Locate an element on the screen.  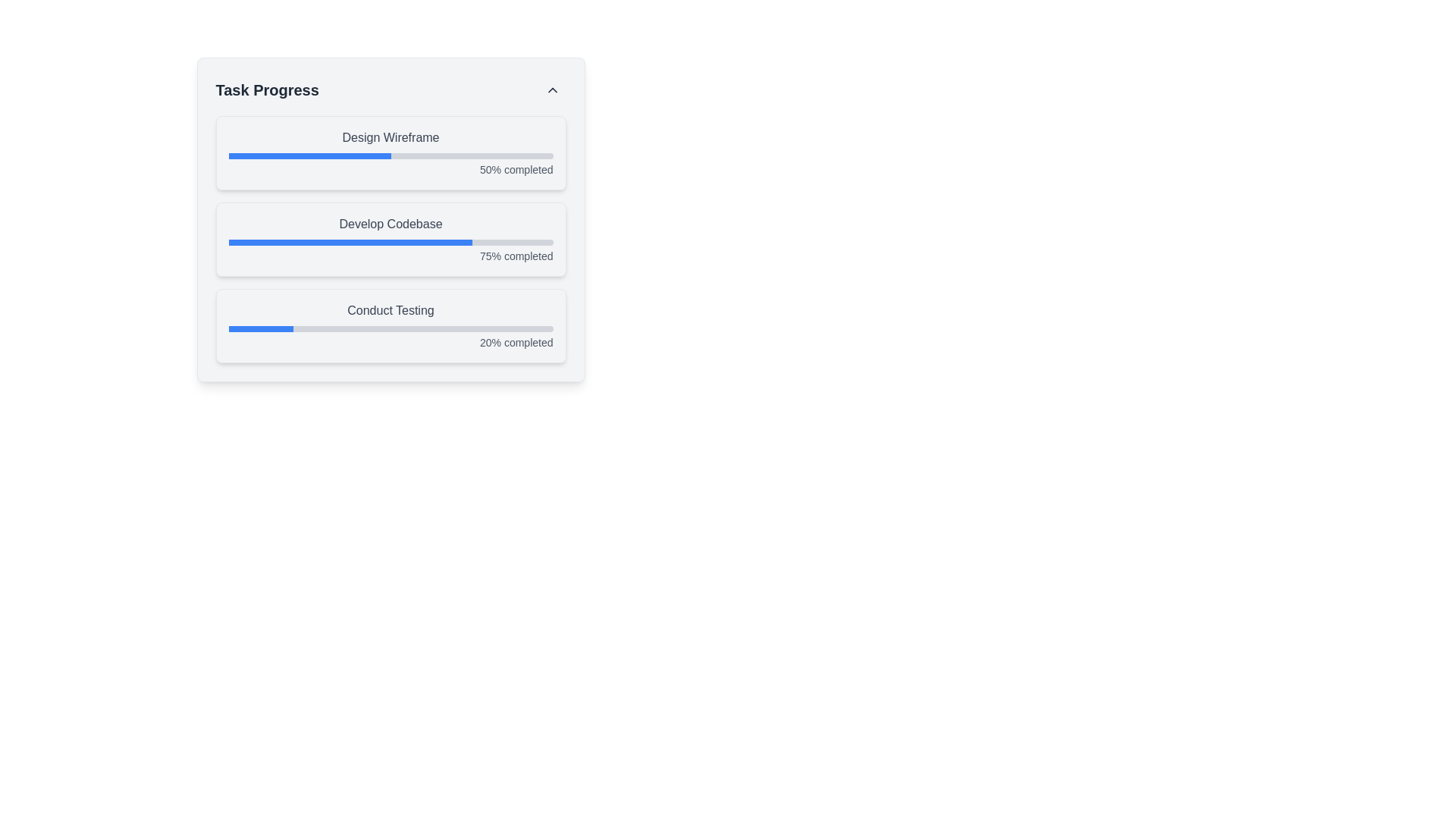
the horizontal progress bar located in the 'Conduct Testing' section, which is the third progress bar below the title 'Conduct Testing' and above the text '20% completed' is located at coordinates (391, 328).